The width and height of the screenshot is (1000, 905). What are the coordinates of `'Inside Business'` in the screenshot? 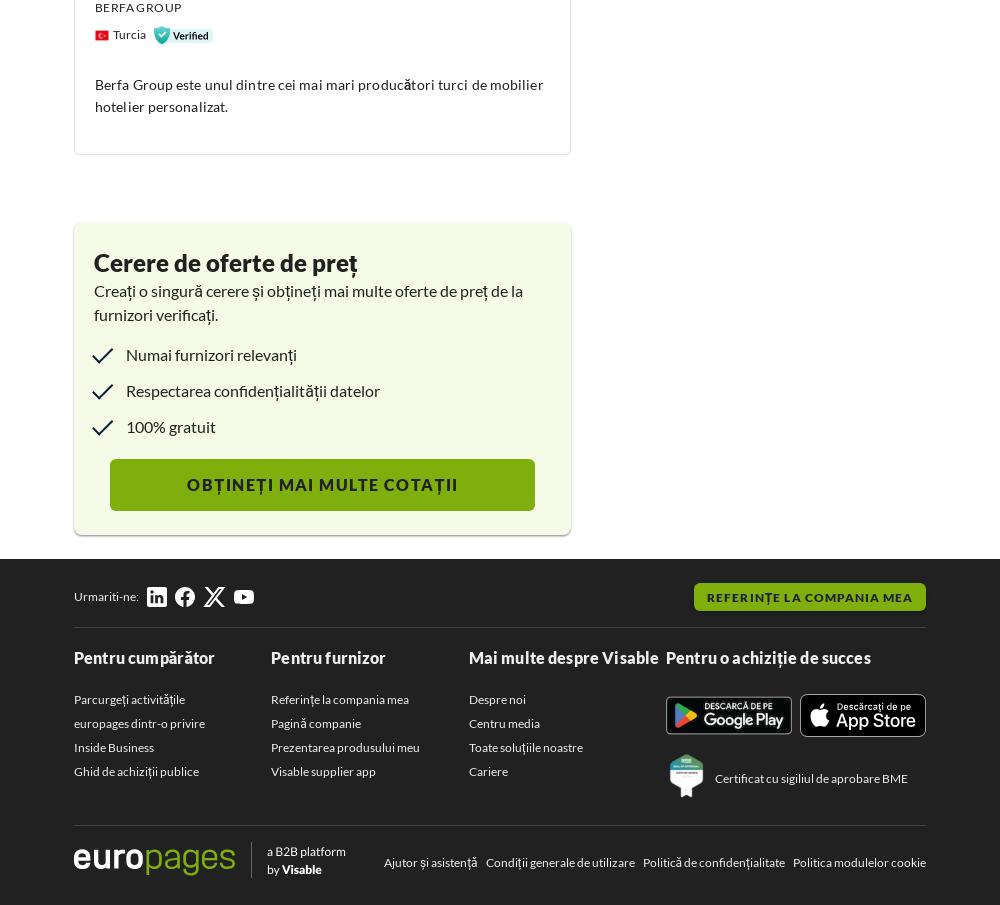 It's located at (113, 746).